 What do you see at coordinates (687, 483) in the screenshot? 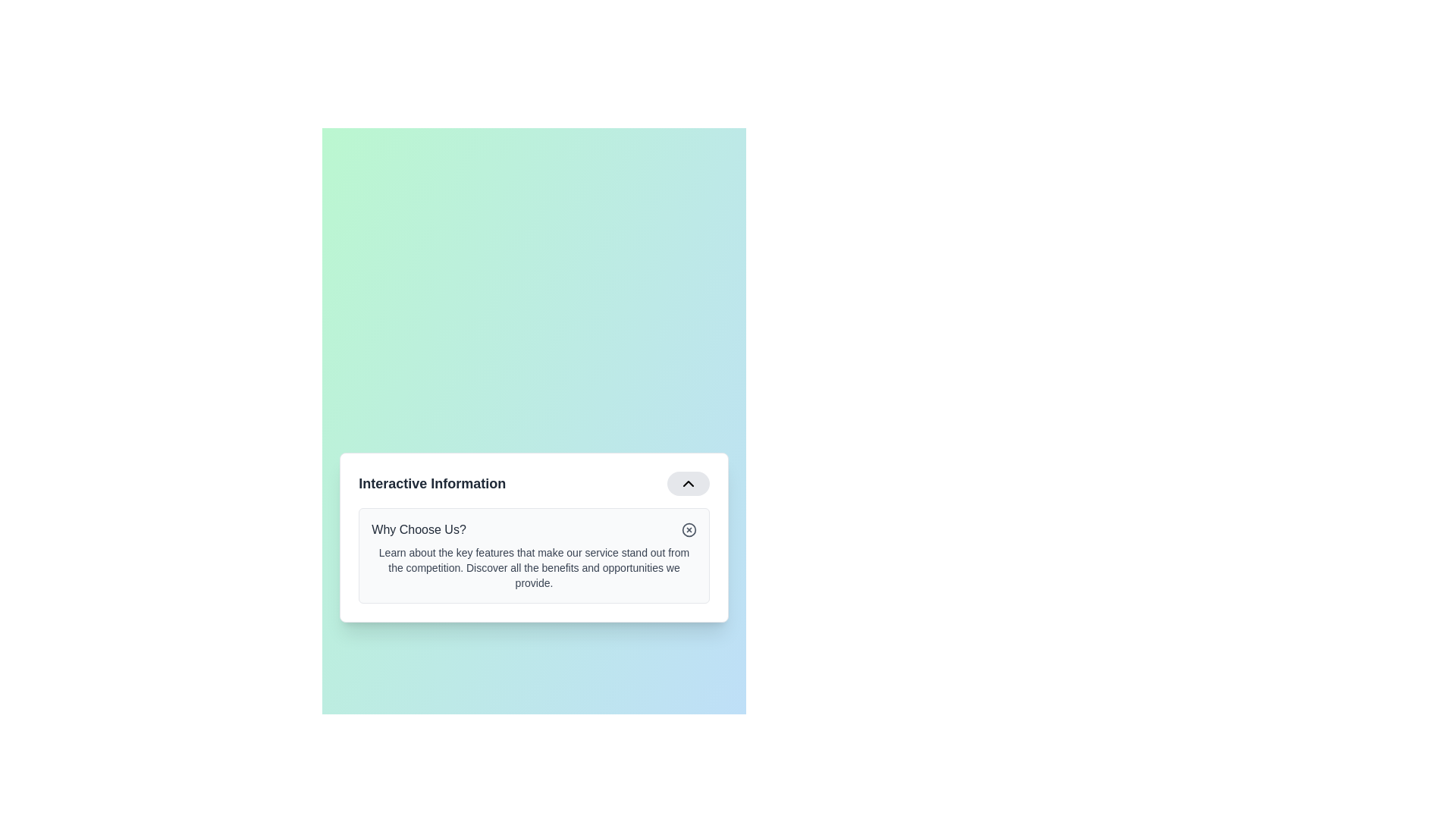
I see `the small, black downward-pointing chevron icon in the top-right region of the rounded rectangular button within the 'Interactive Information' section of the content card` at bounding box center [687, 483].